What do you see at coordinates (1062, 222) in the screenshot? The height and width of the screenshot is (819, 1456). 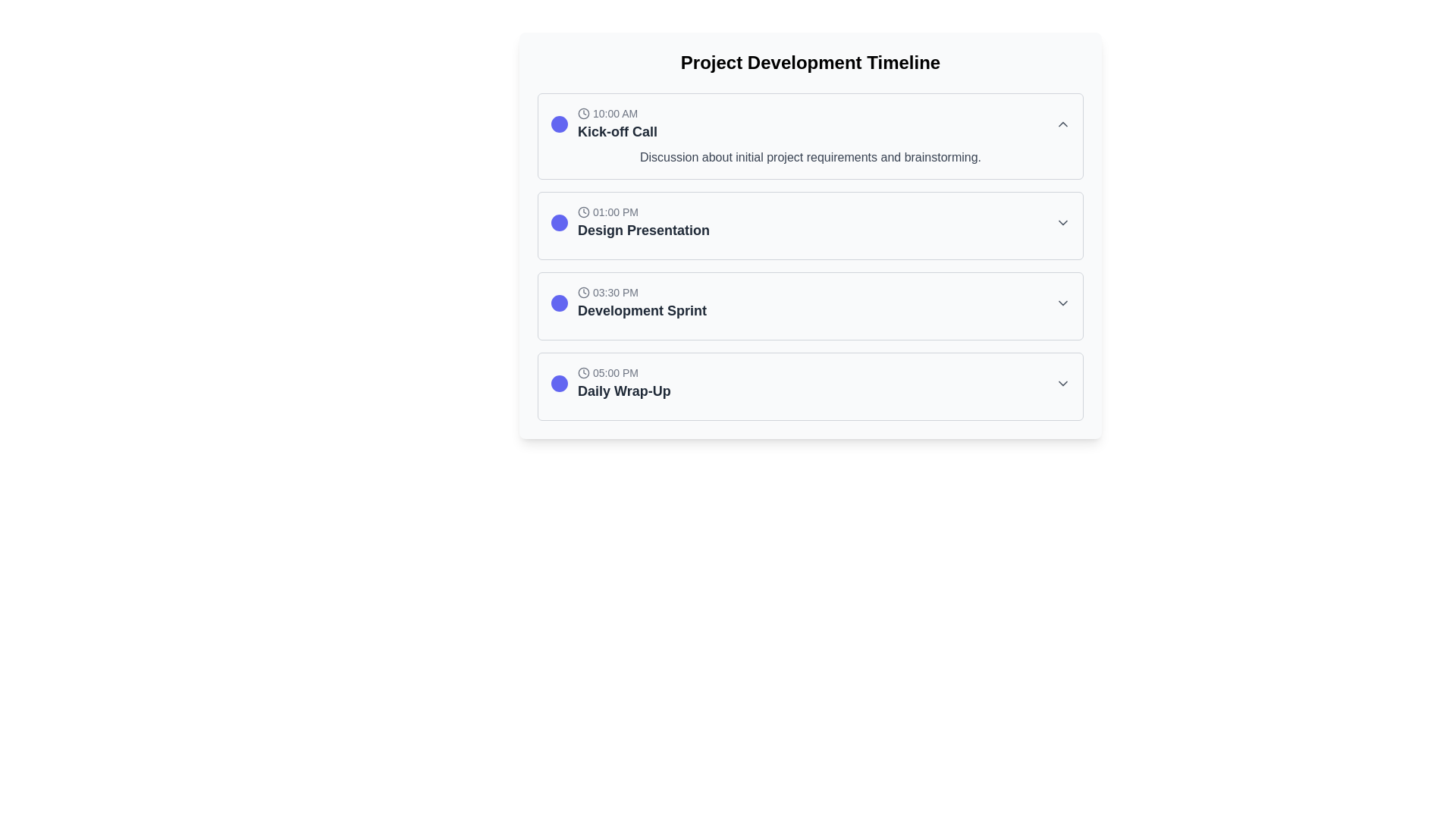 I see `the downward-pointing gray arrow icon located to the far right of the '01:00 PM Design Presentation' section header` at bounding box center [1062, 222].